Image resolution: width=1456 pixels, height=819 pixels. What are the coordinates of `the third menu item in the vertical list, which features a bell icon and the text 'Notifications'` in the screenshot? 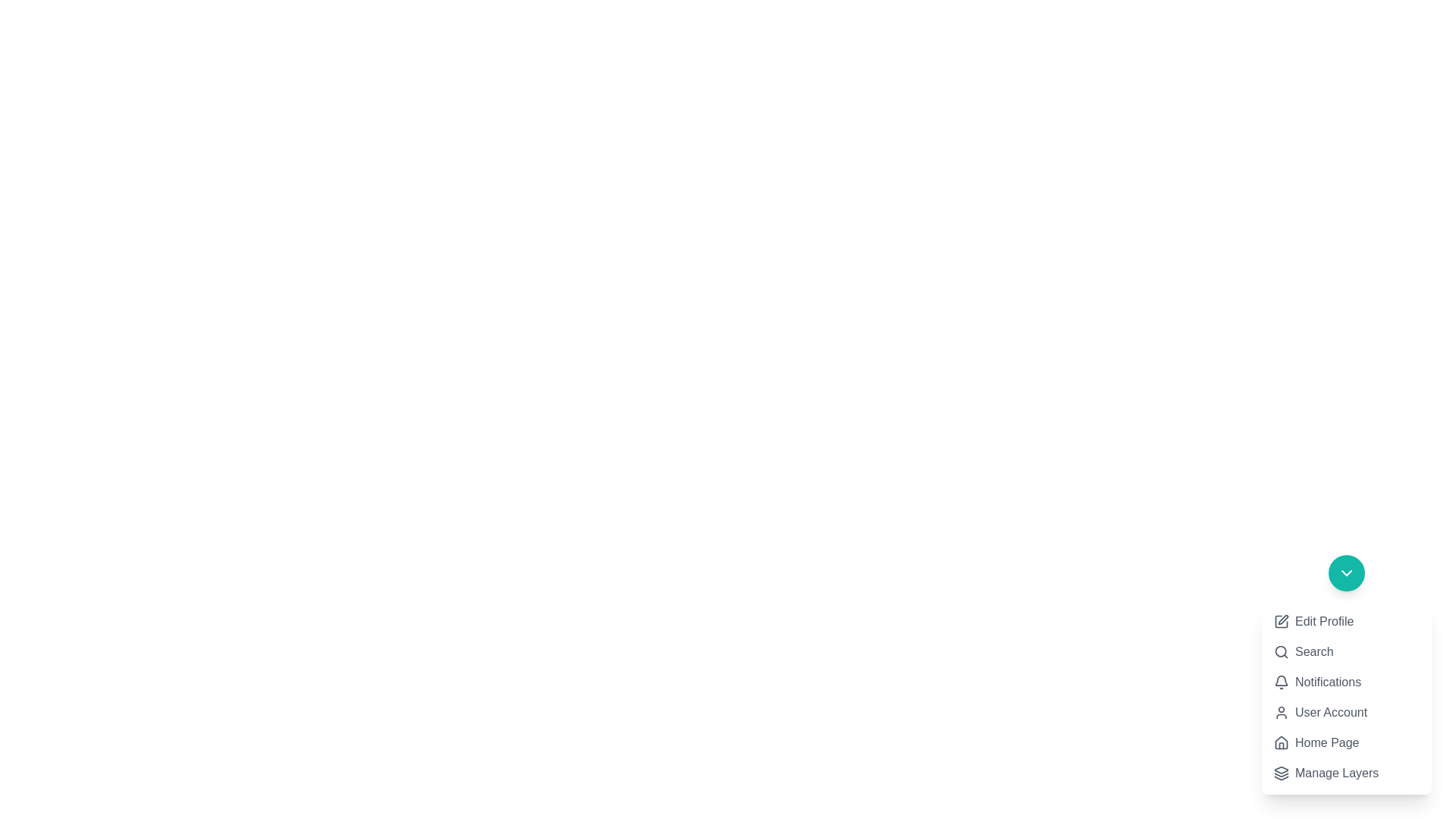 It's located at (1347, 674).